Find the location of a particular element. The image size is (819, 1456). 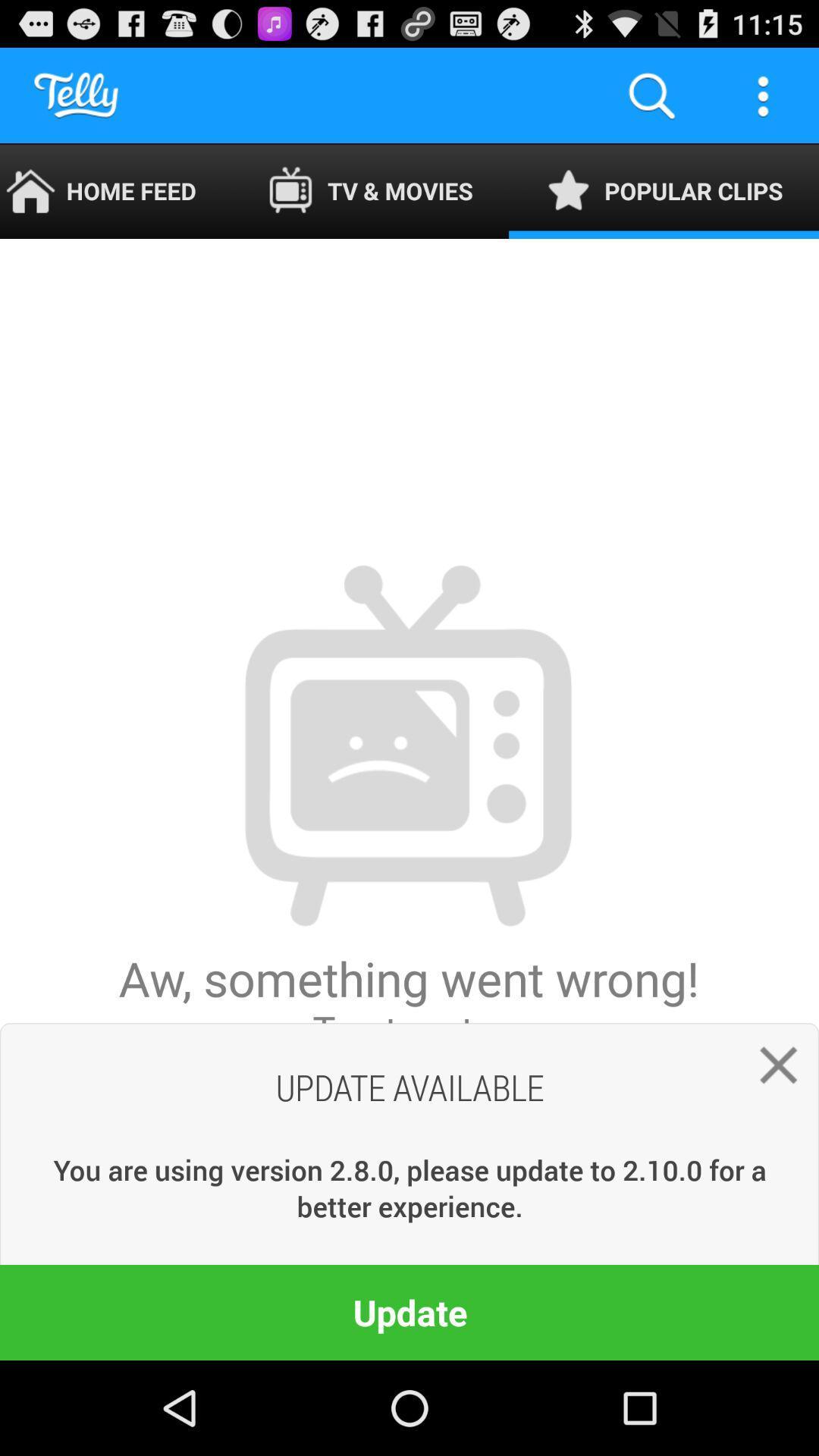

the aw something went icon is located at coordinates (408, 799).